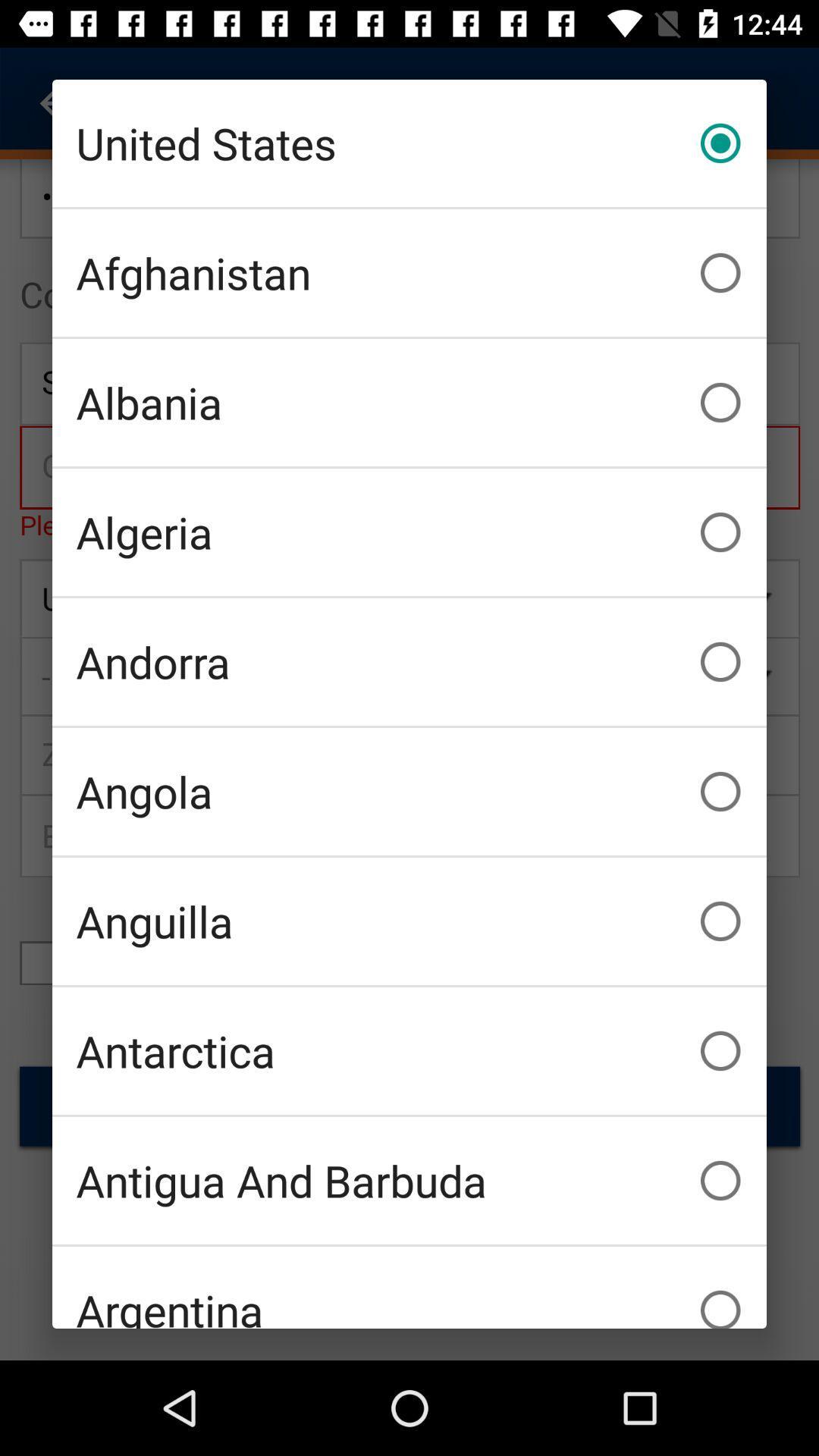 This screenshot has height=1456, width=819. I want to click on afghanistan icon, so click(409, 273).